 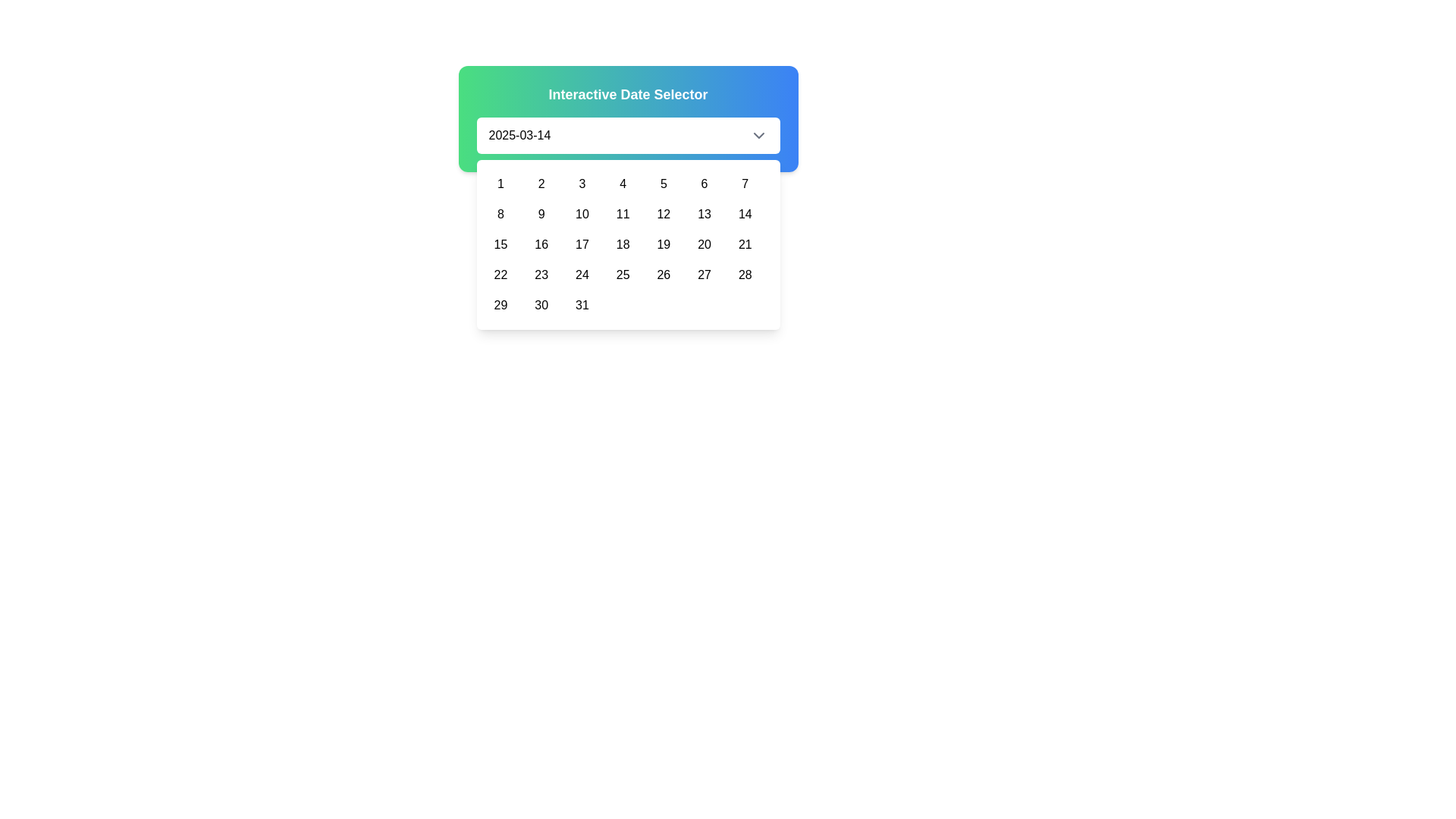 I want to click on the date selection button for '15' in the calendar interface to observe the visual reaction, so click(x=500, y=244).